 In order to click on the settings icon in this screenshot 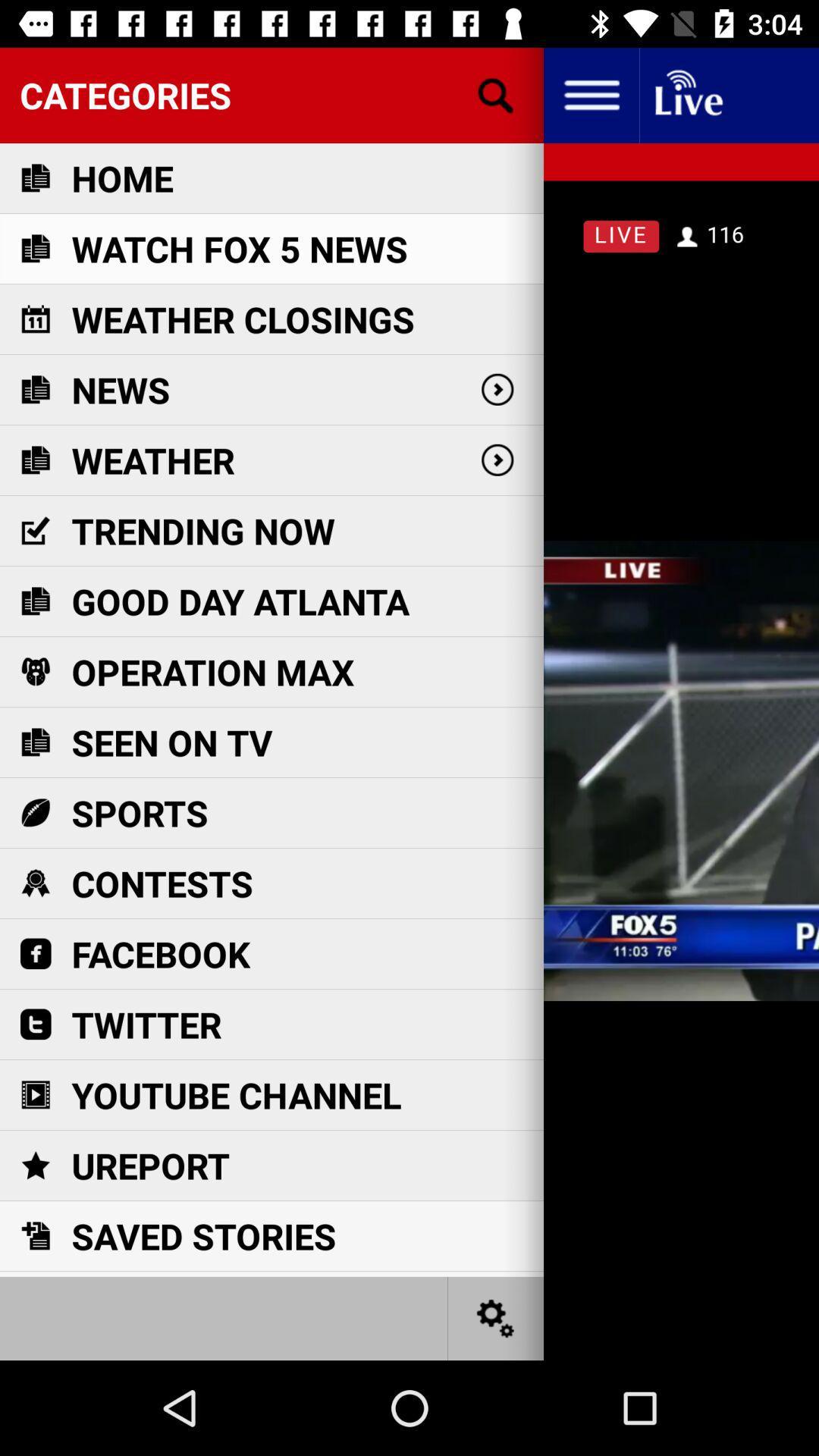, I will do `click(496, 1317)`.